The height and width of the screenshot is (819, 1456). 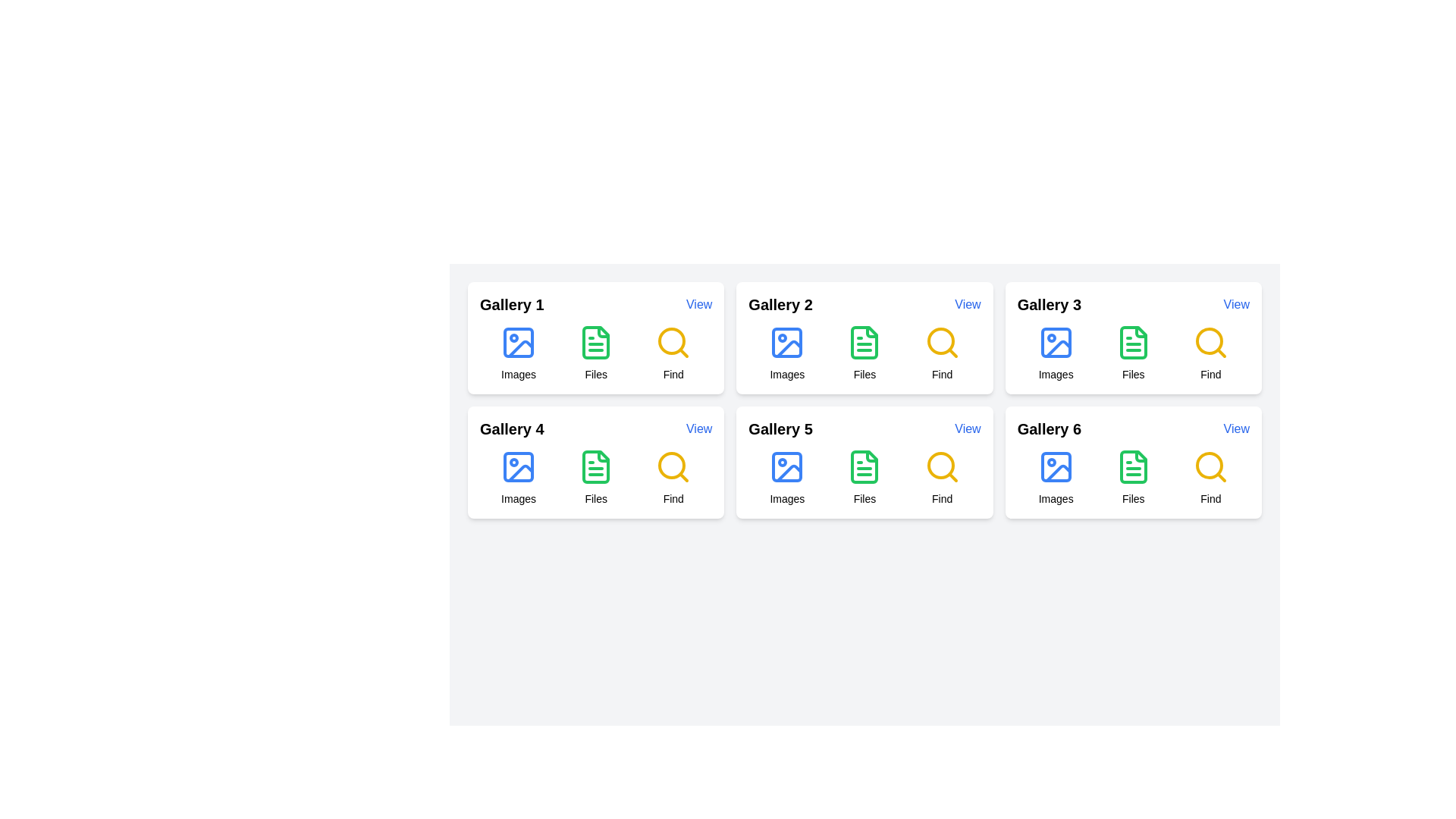 What do you see at coordinates (595, 499) in the screenshot?
I see `the descriptive text label for the 'Files' section located beneath the file icon within the 'Gallery 4' card, positioned centrally below the icon` at bounding box center [595, 499].